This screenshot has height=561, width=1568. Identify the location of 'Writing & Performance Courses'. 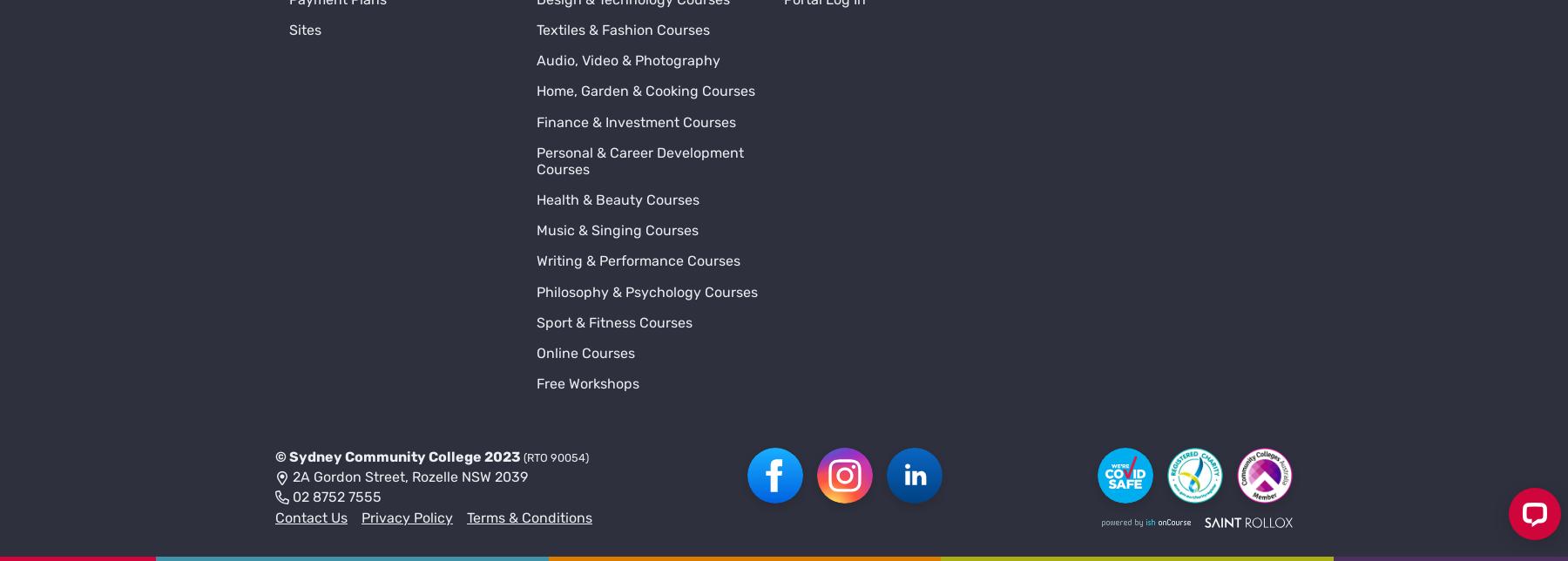
(637, 17).